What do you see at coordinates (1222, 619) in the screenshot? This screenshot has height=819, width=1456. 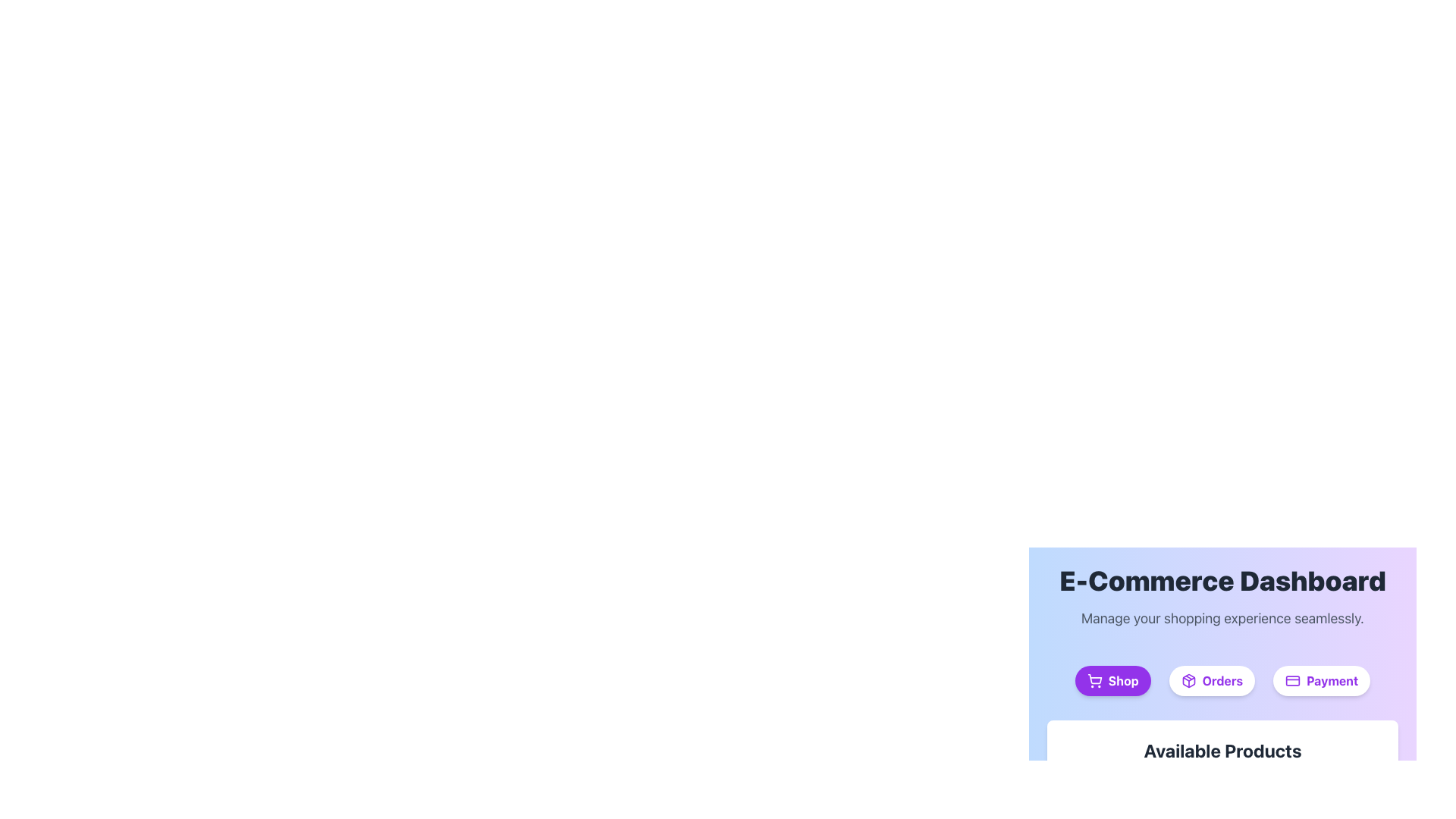 I see `text 'Manage your shopping experience seamlessly.' displayed in gray font below the heading 'E-Commerce Dashboard'` at bounding box center [1222, 619].